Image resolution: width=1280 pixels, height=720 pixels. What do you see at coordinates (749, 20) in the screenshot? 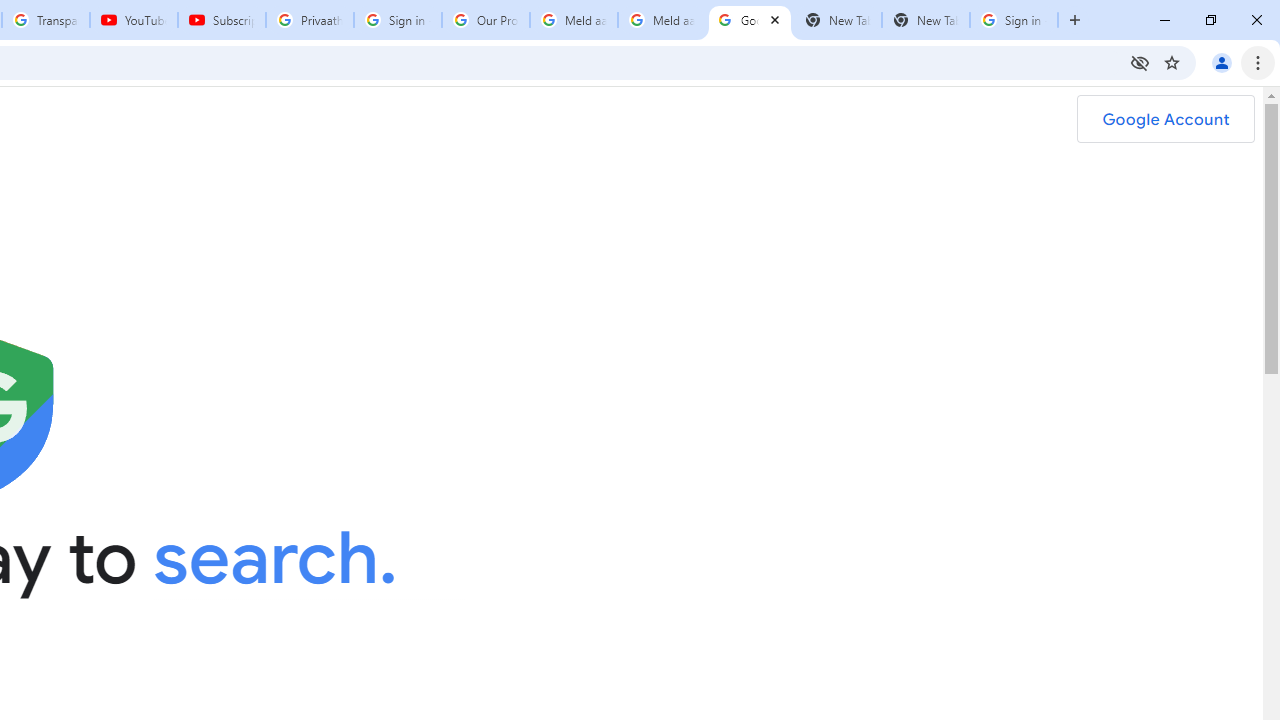
I see `'Google Safety Center - Stay Safer Online'` at bounding box center [749, 20].